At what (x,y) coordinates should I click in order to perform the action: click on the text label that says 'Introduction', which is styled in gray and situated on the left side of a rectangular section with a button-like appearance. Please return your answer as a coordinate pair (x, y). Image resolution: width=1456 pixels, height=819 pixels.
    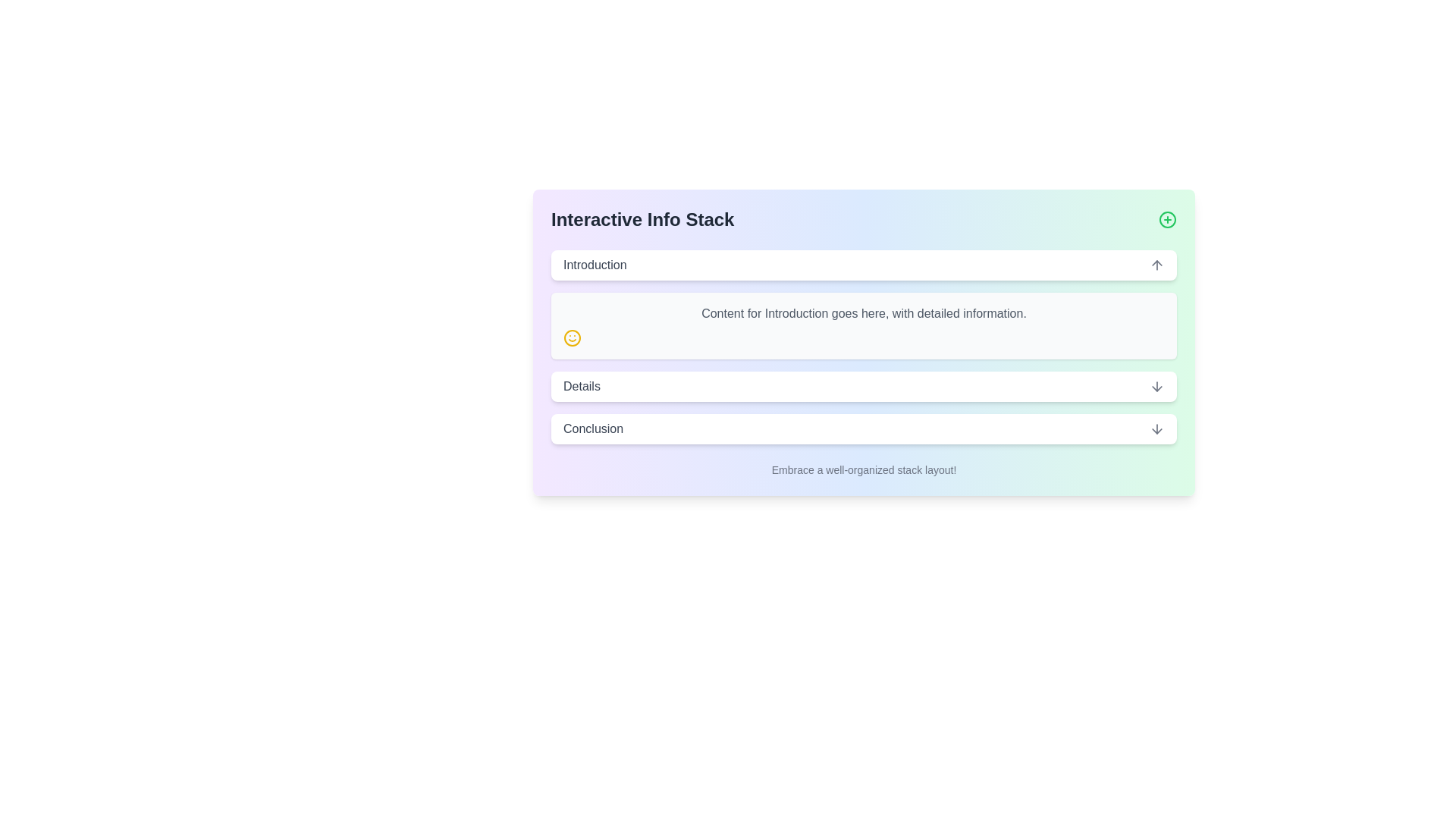
    Looking at the image, I should click on (594, 265).